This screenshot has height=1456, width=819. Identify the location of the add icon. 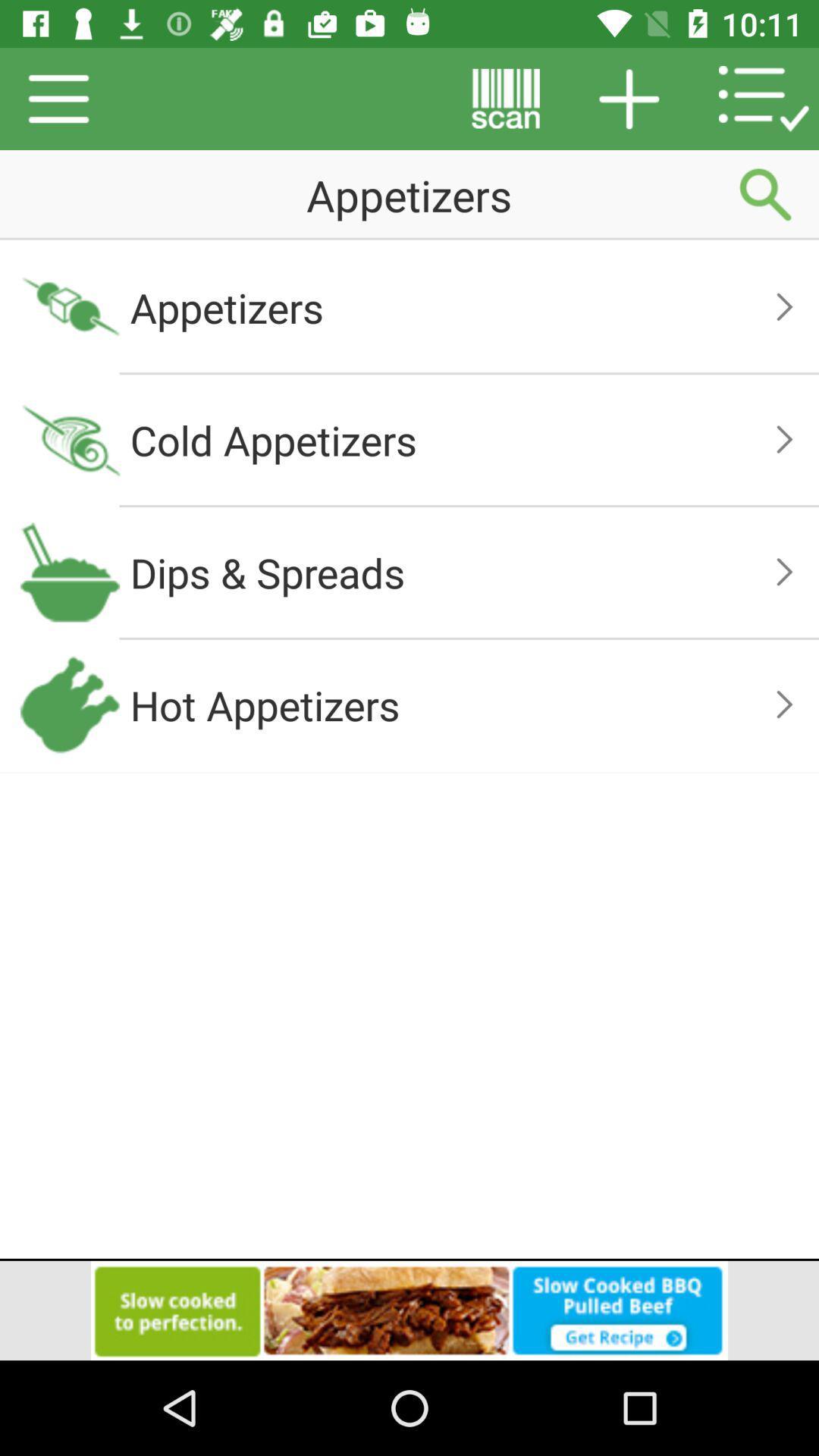
(629, 98).